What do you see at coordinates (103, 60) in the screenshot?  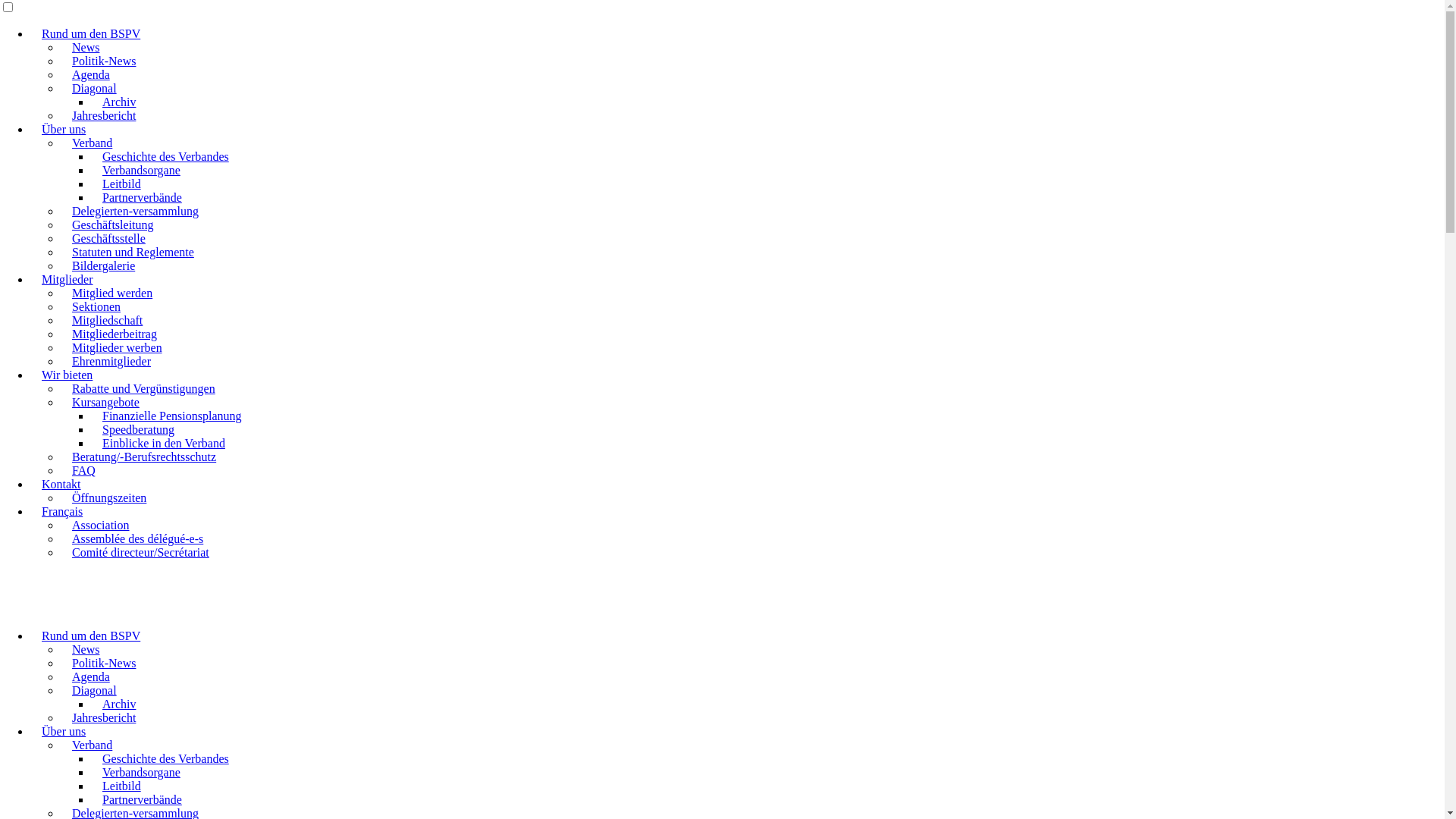 I see `'Politik-News'` at bounding box center [103, 60].